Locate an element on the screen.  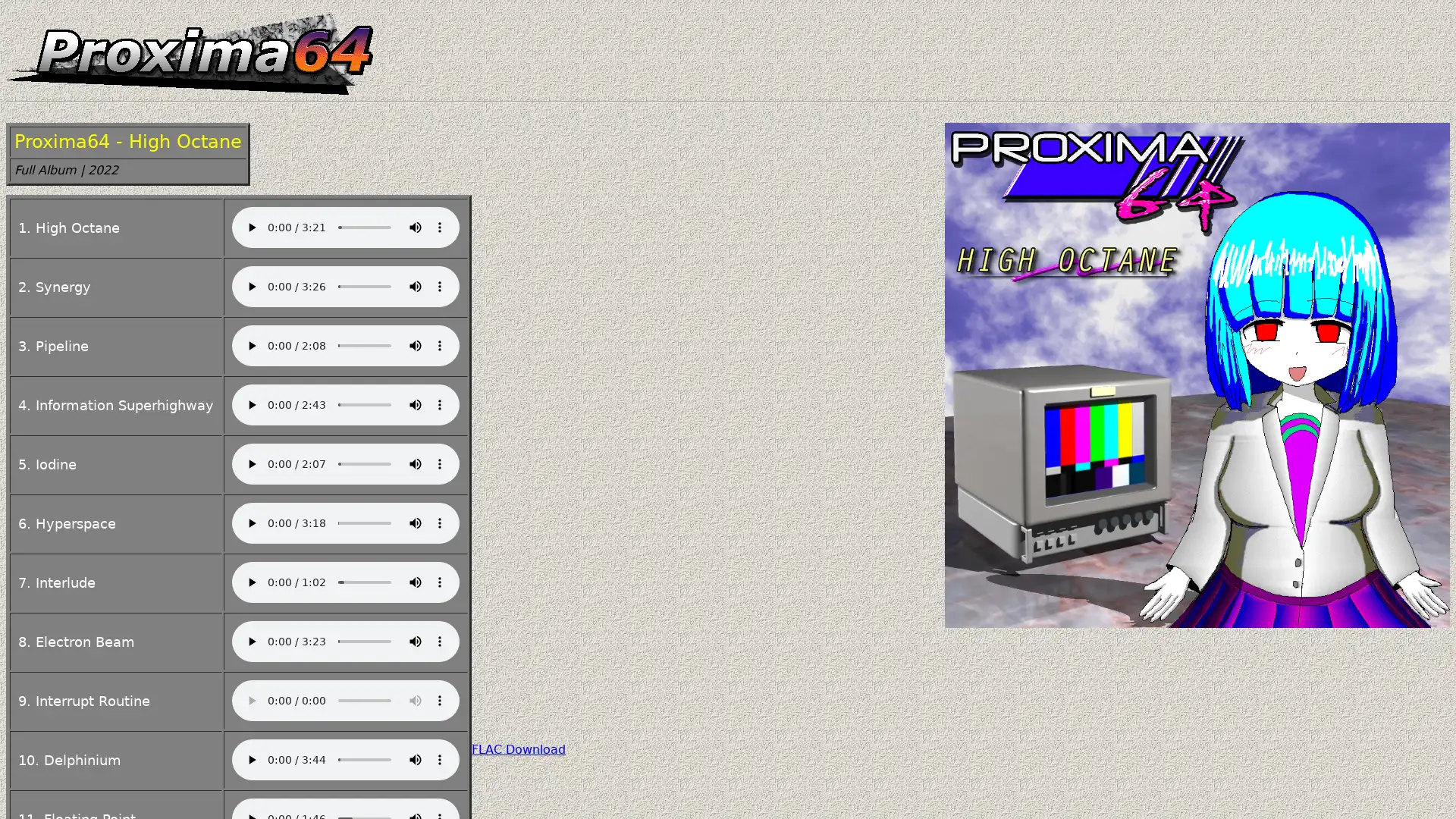
play is located at coordinates (251, 641).